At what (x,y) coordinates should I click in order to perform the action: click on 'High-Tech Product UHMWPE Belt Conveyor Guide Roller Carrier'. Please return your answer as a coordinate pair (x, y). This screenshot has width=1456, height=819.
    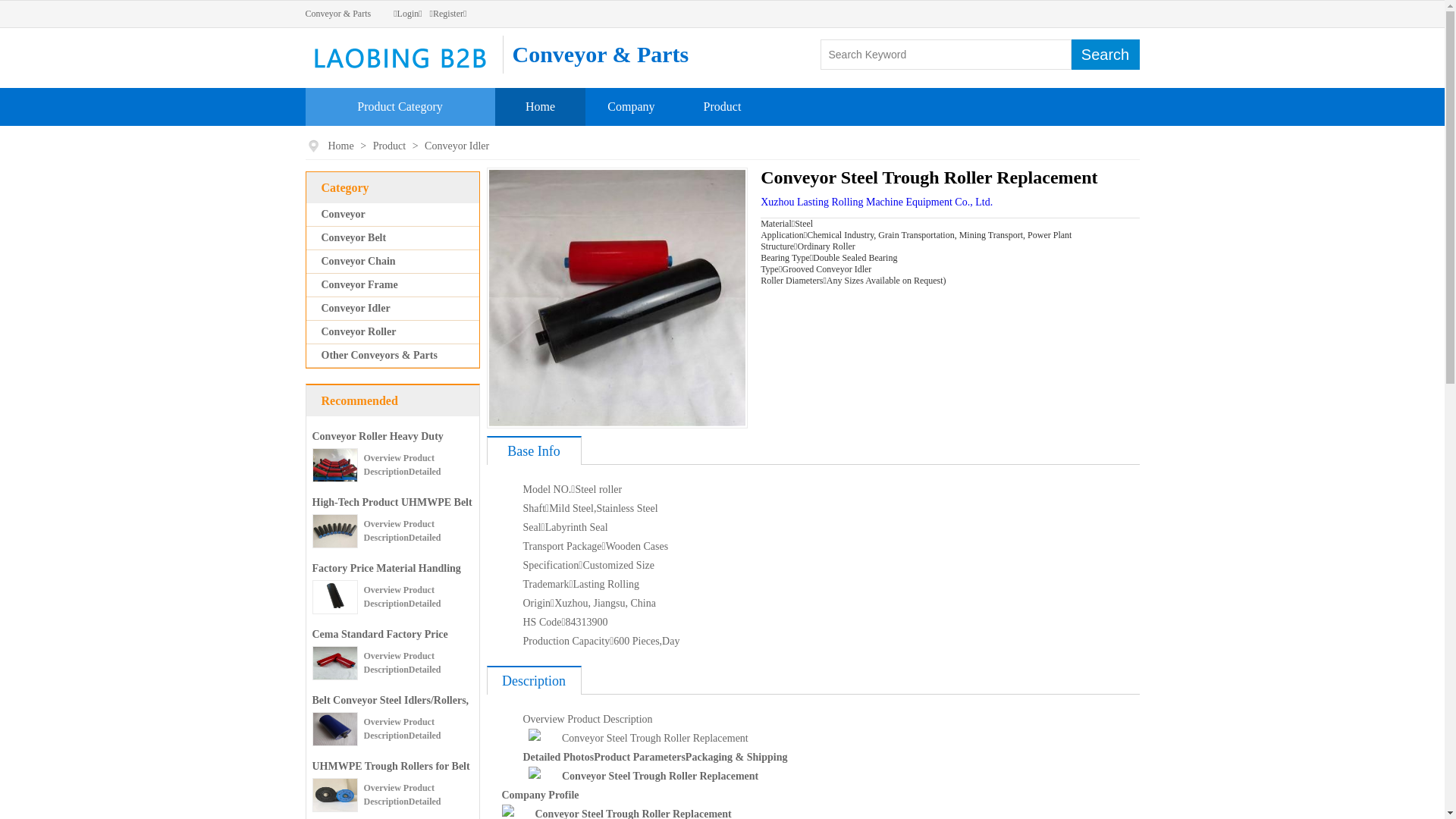
    Looking at the image, I should click on (312, 513).